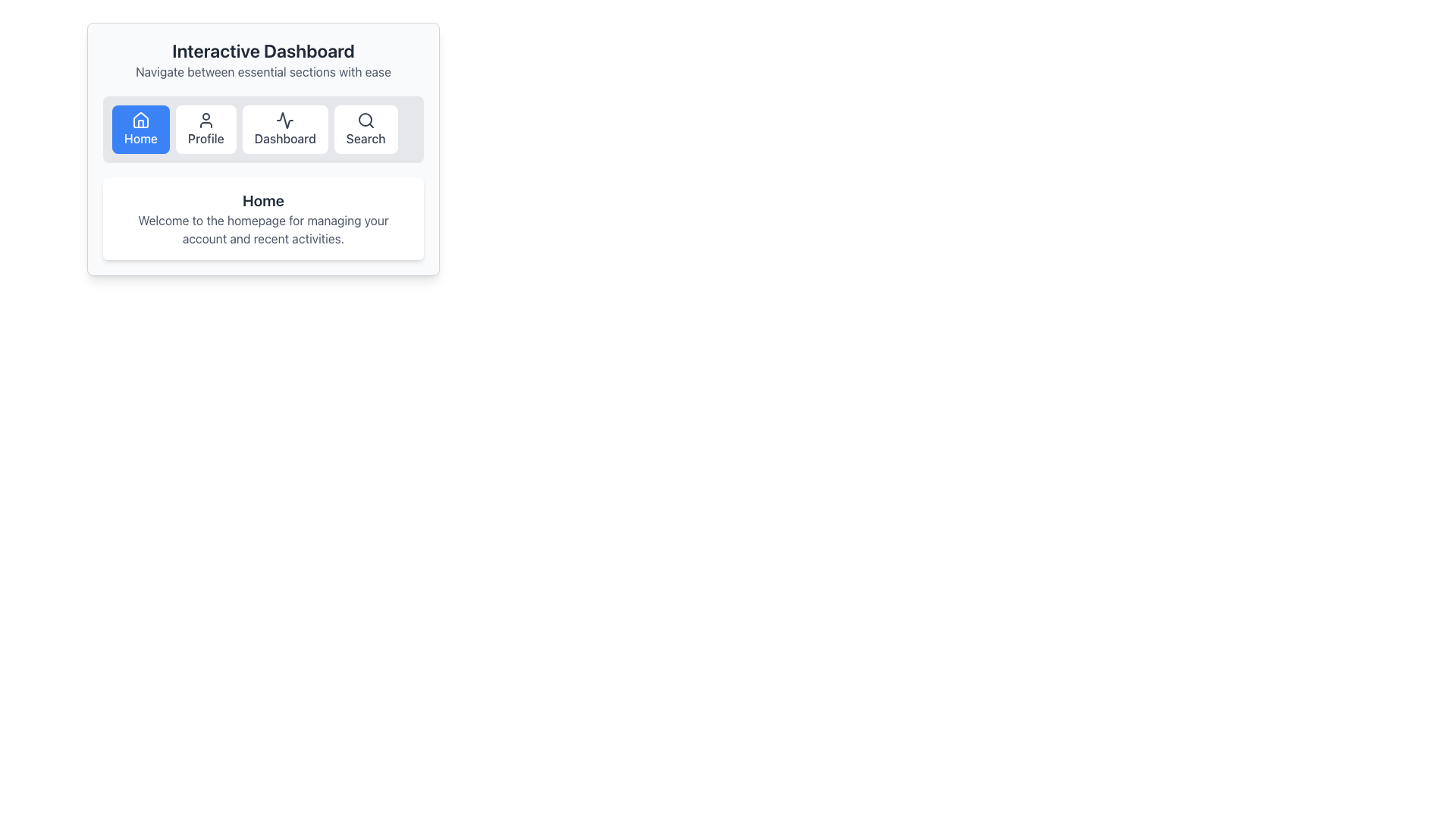 This screenshot has height=819, width=1456. I want to click on the house icon, so click(141, 119).